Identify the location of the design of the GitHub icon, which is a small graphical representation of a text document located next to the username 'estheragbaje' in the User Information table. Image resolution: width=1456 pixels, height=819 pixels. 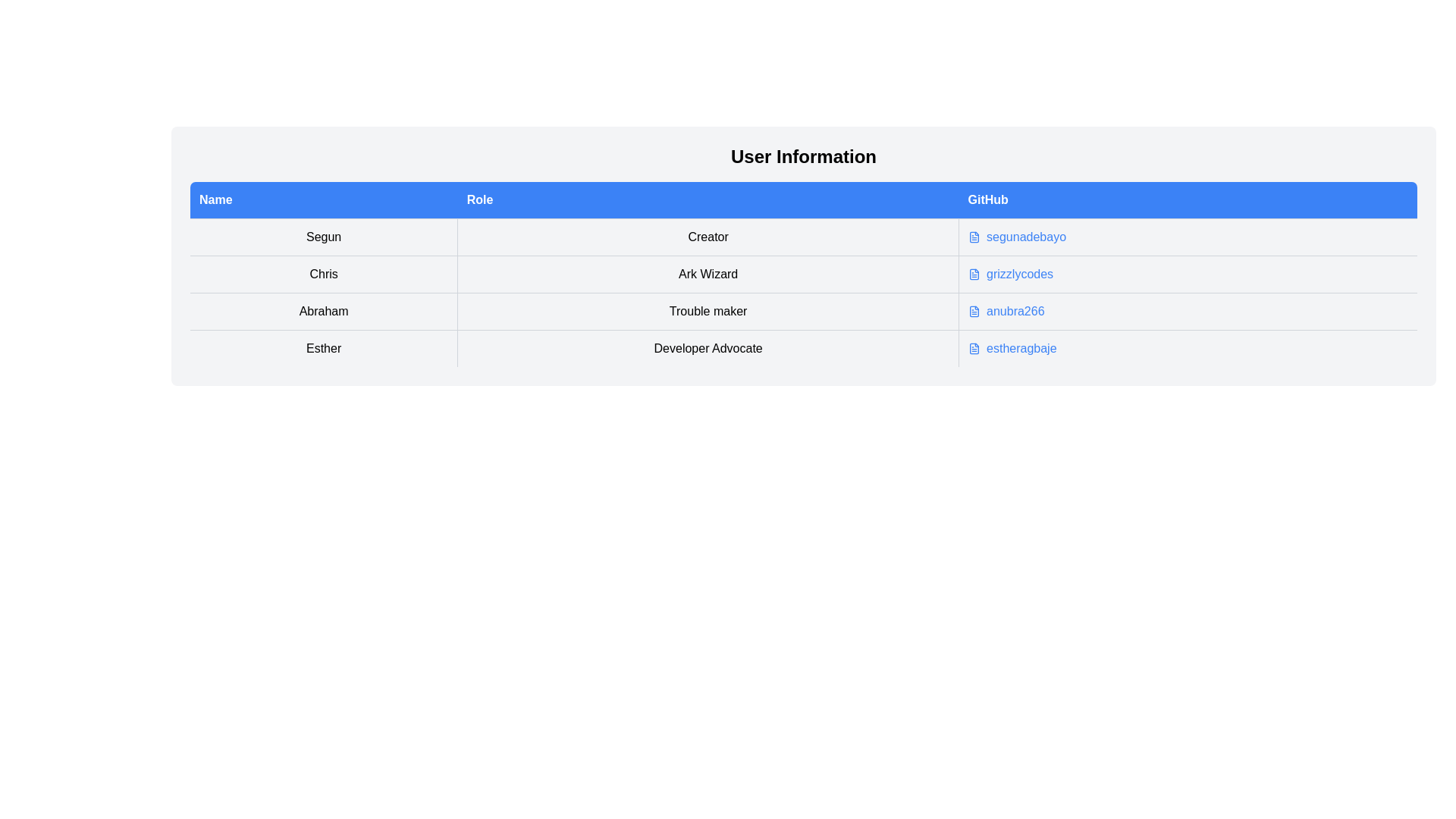
(974, 348).